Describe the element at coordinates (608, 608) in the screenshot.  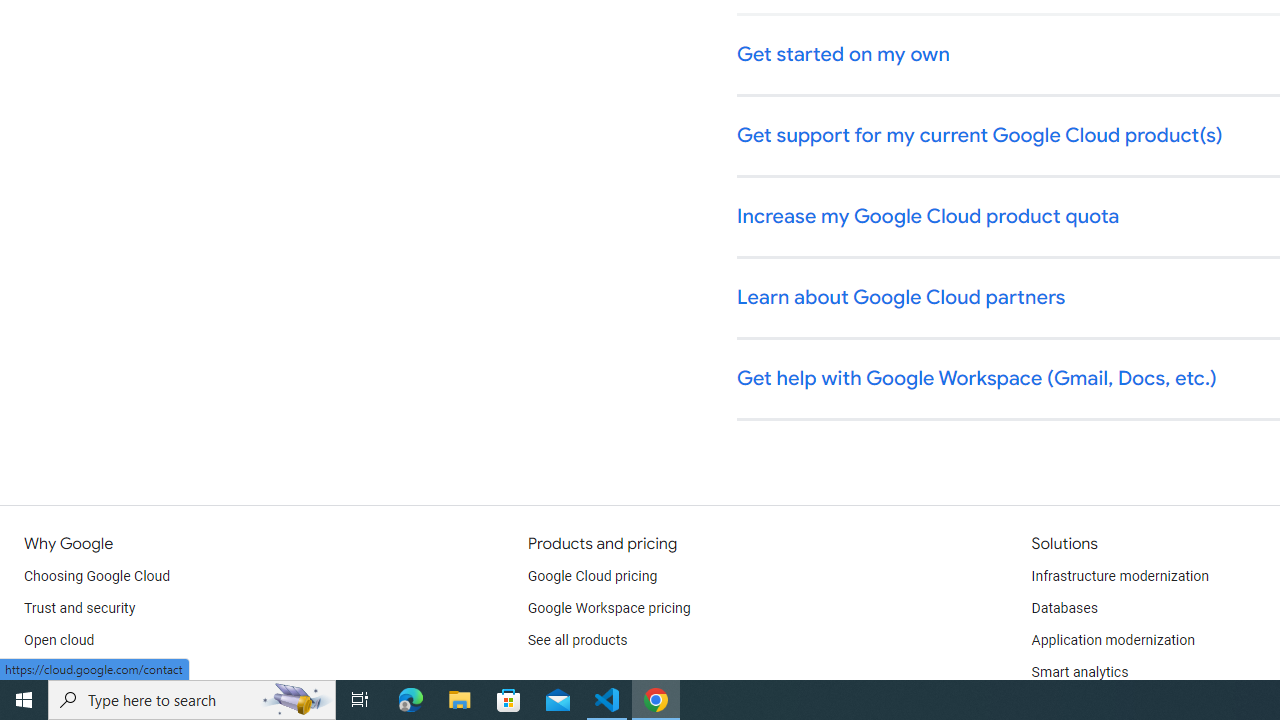
I see `'Google Workspace pricing'` at that location.